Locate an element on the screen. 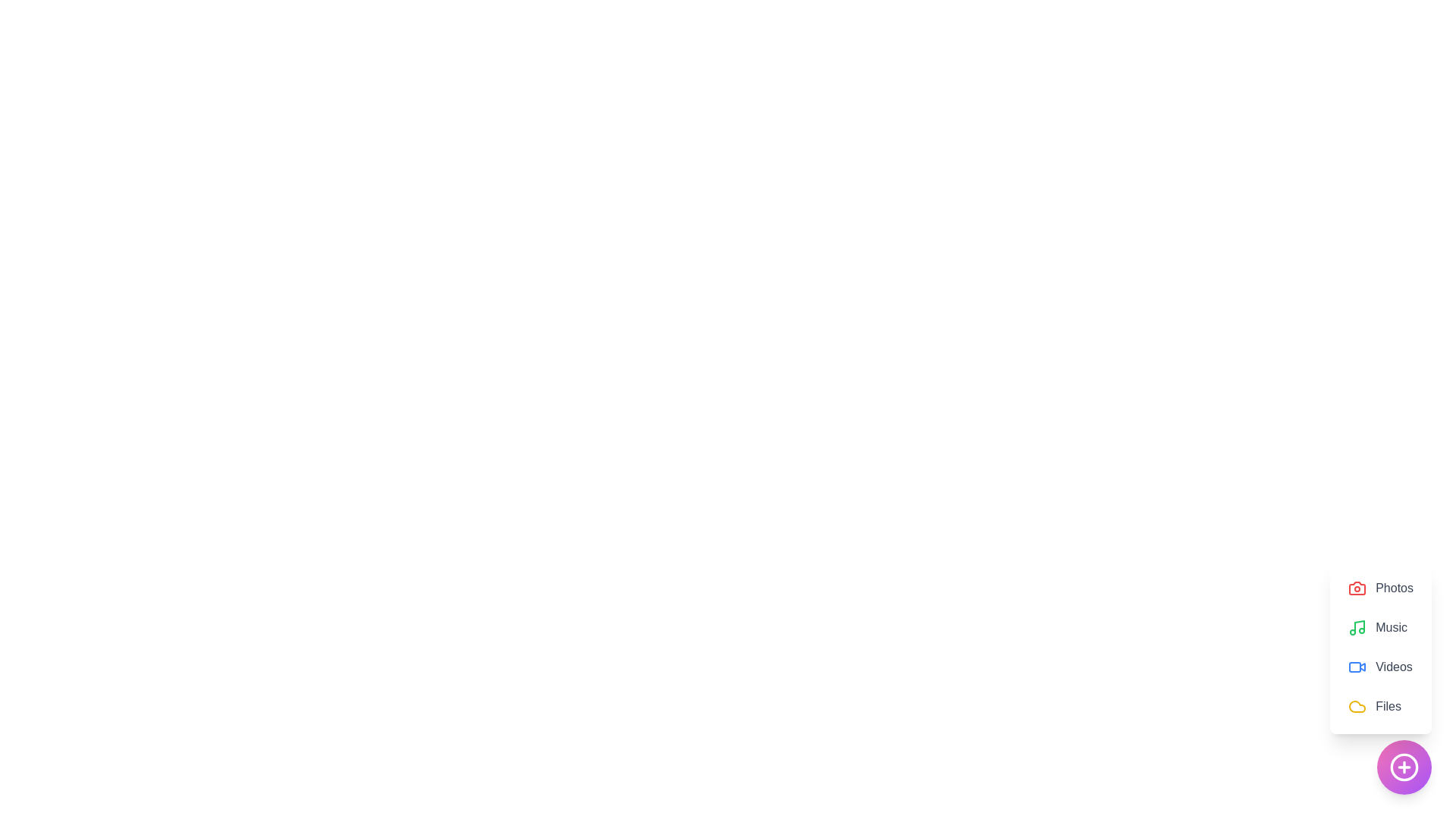 Image resolution: width=1456 pixels, height=819 pixels. the option Videos to select it is located at coordinates (1380, 666).